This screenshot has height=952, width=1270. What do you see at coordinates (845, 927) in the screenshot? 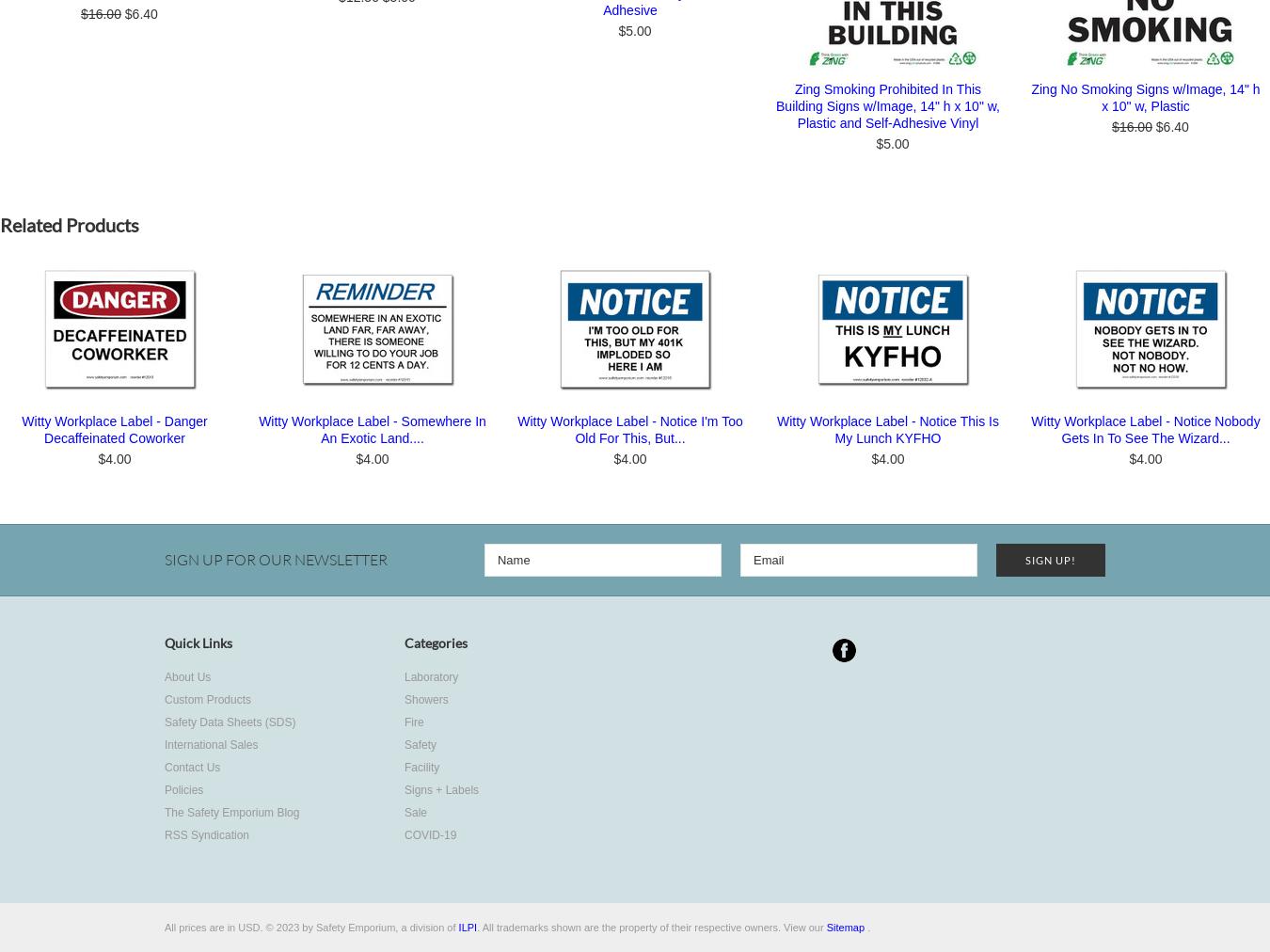
I see `'Sitemap'` at bounding box center [845, 927].